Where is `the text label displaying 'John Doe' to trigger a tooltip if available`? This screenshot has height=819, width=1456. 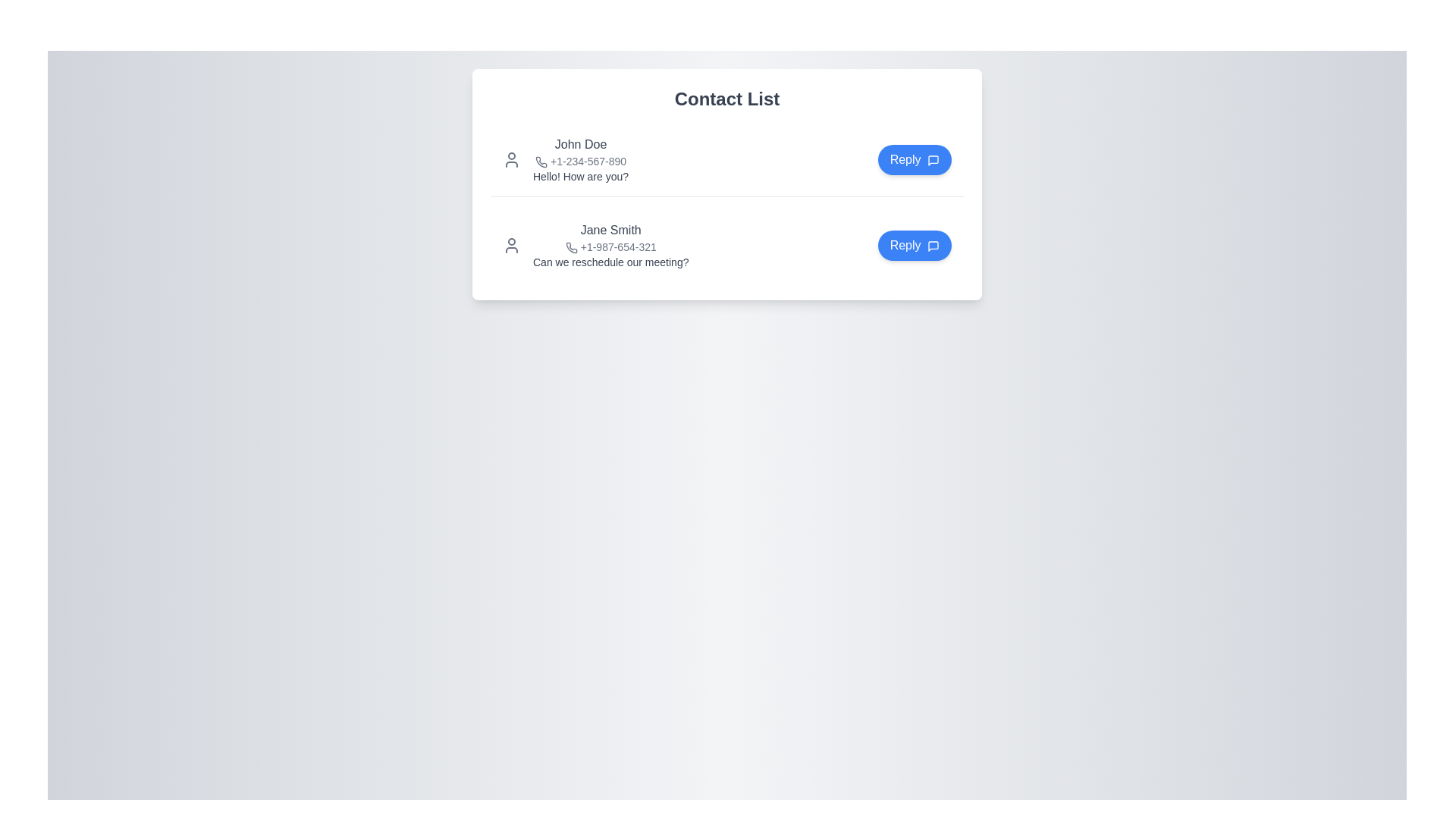 the text label displaying 'John Doe' to trigger a tooltip if available is located at coordinates (580, 145).